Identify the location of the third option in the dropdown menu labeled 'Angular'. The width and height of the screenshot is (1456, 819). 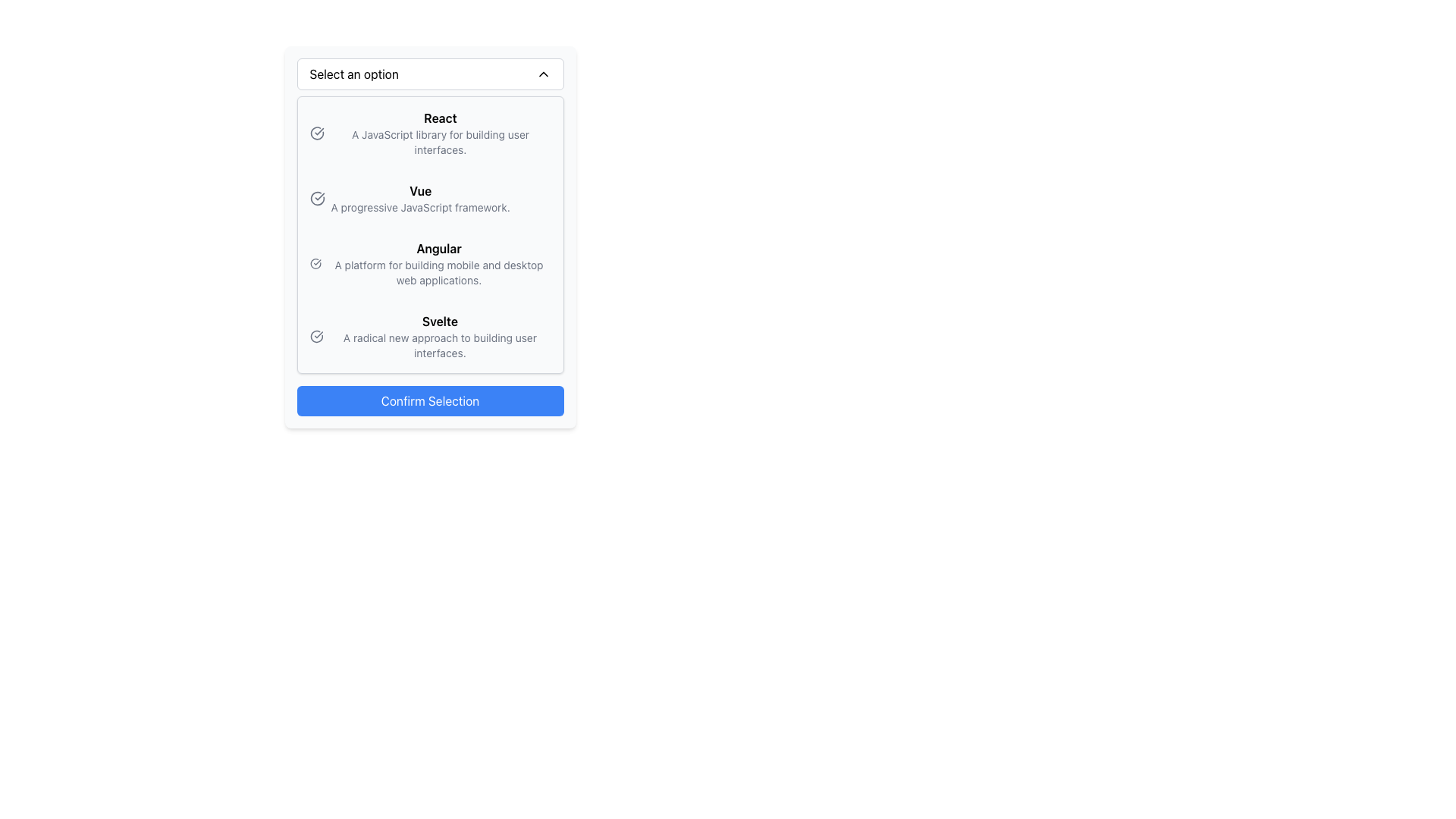
(438, 262).